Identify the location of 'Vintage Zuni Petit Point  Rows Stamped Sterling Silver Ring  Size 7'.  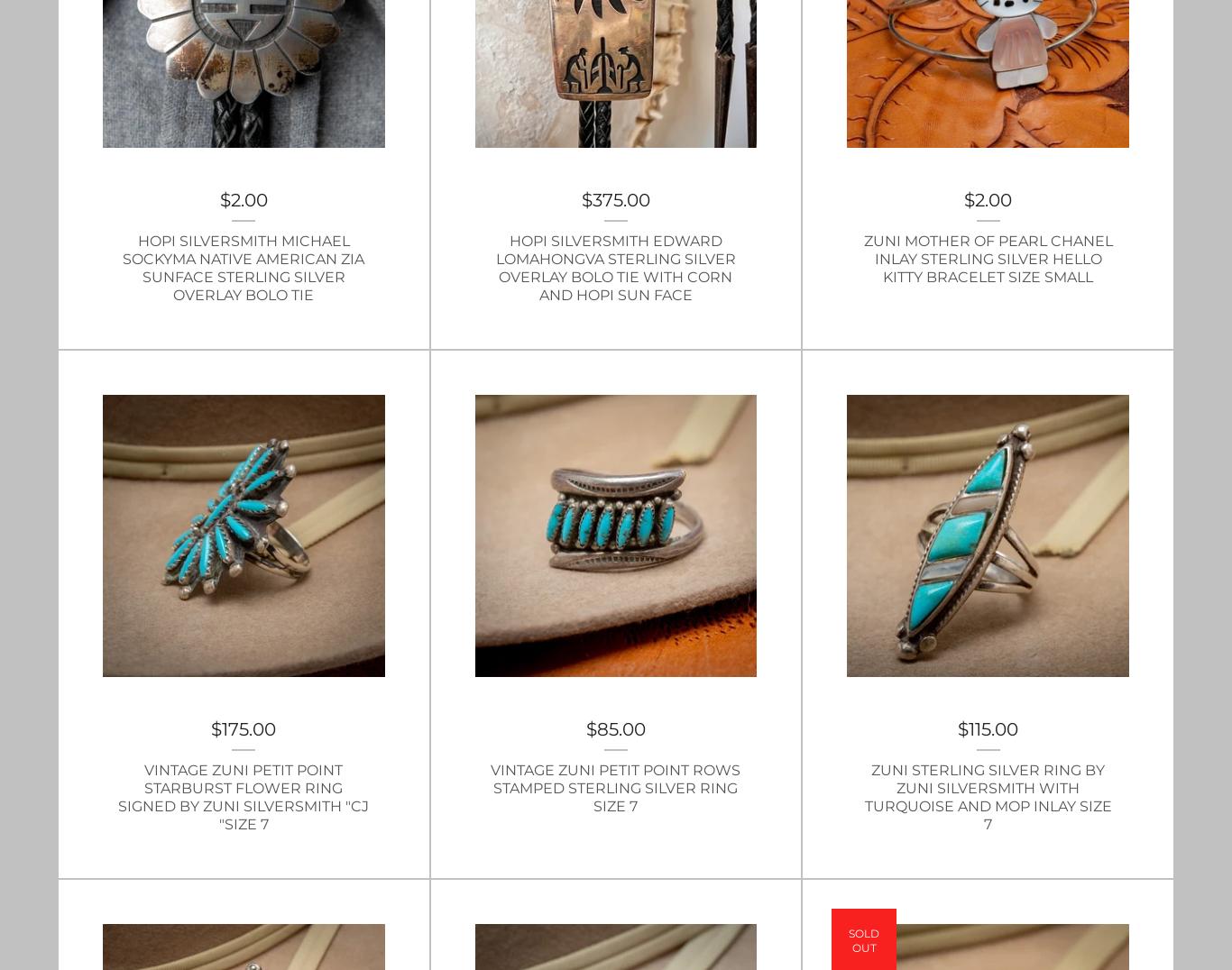
(614, 787).